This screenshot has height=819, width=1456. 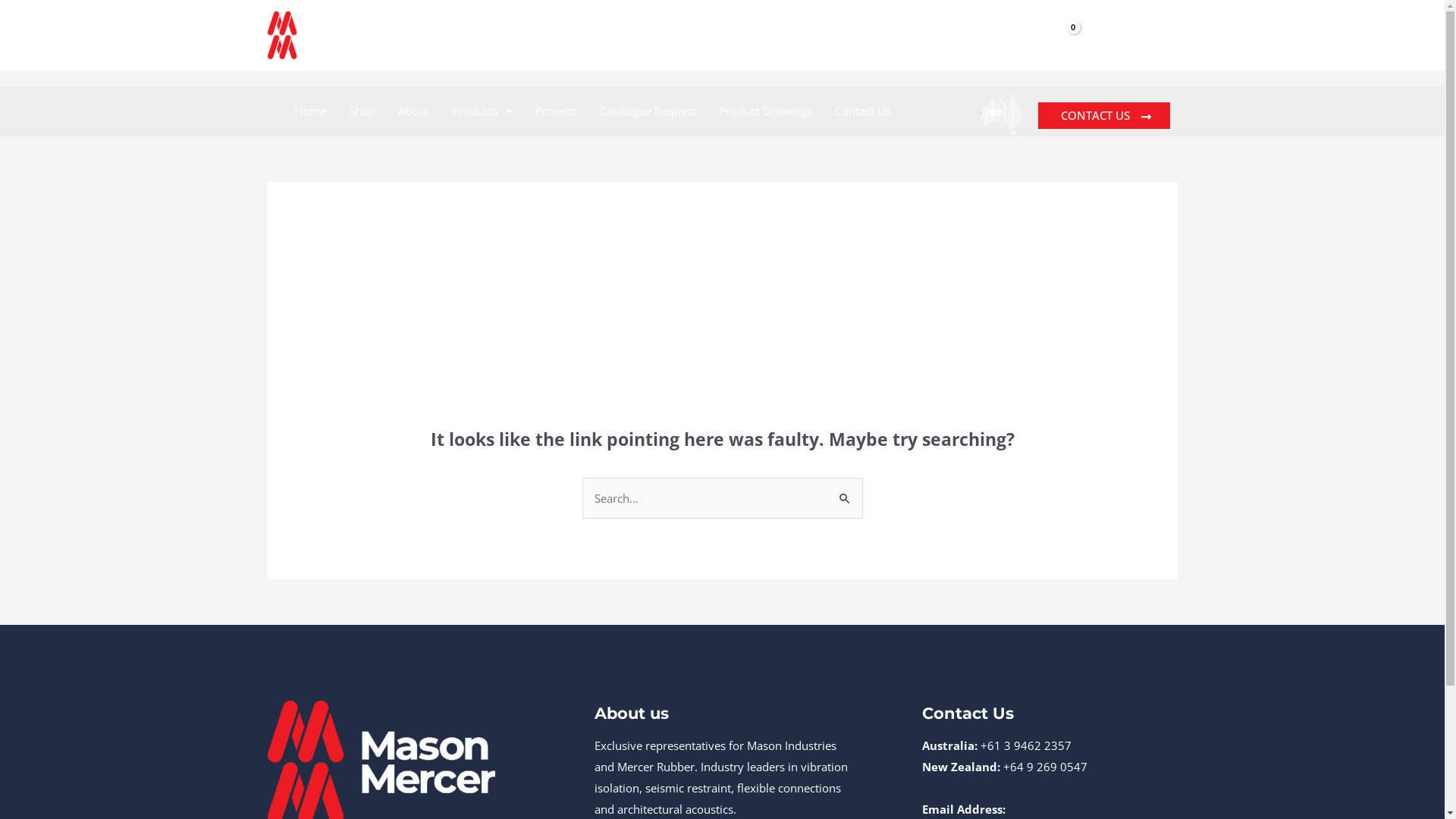 I want to click on 'Home', so click(x=282, y=110).